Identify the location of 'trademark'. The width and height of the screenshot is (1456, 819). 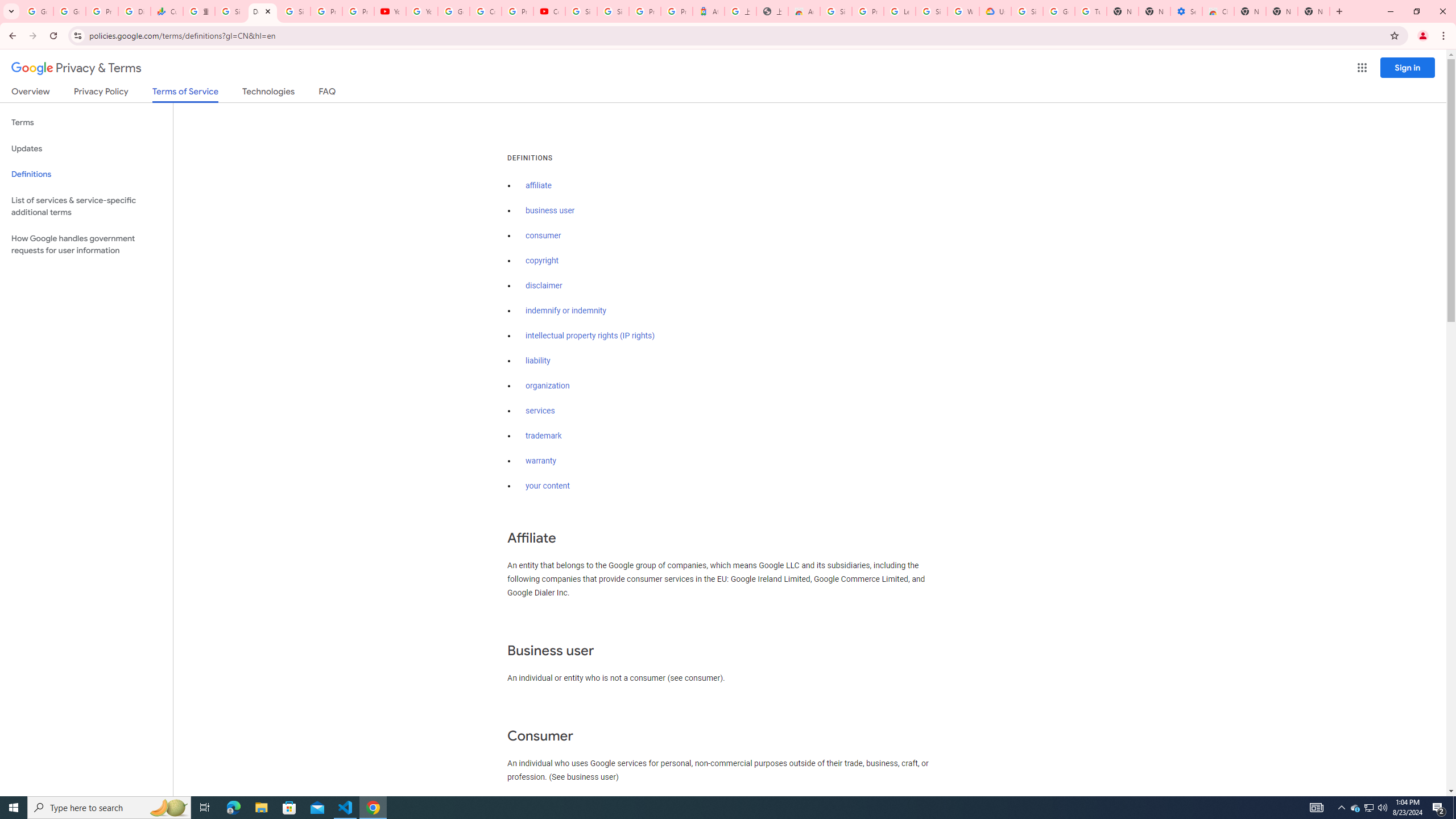
(543, 435).